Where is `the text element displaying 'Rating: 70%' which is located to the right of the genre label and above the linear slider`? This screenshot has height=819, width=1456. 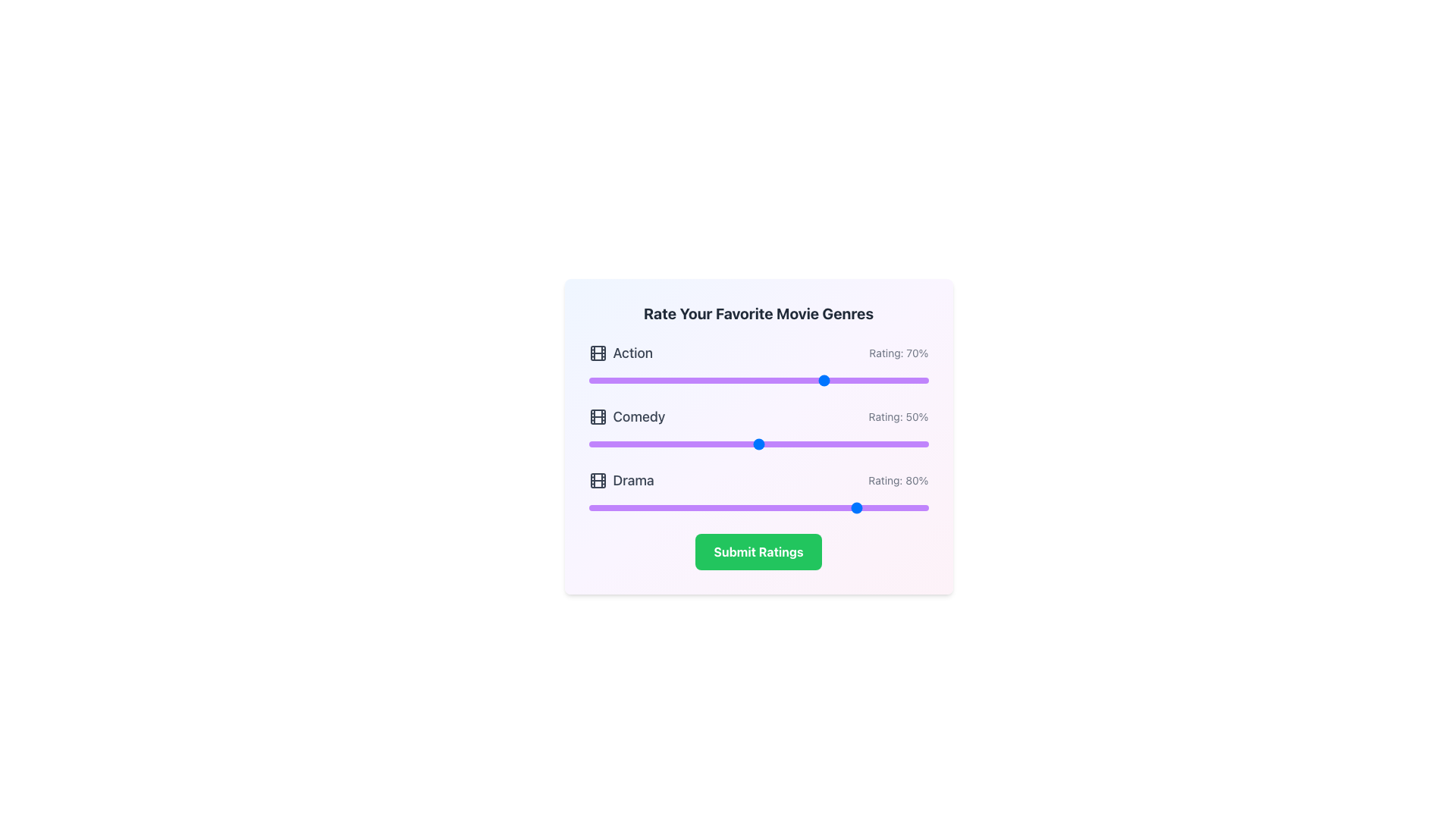
the text element displaying 'Rating: 70%' which is located to the right of the genre label and above the linear slider is located at coordinates (899, 353).